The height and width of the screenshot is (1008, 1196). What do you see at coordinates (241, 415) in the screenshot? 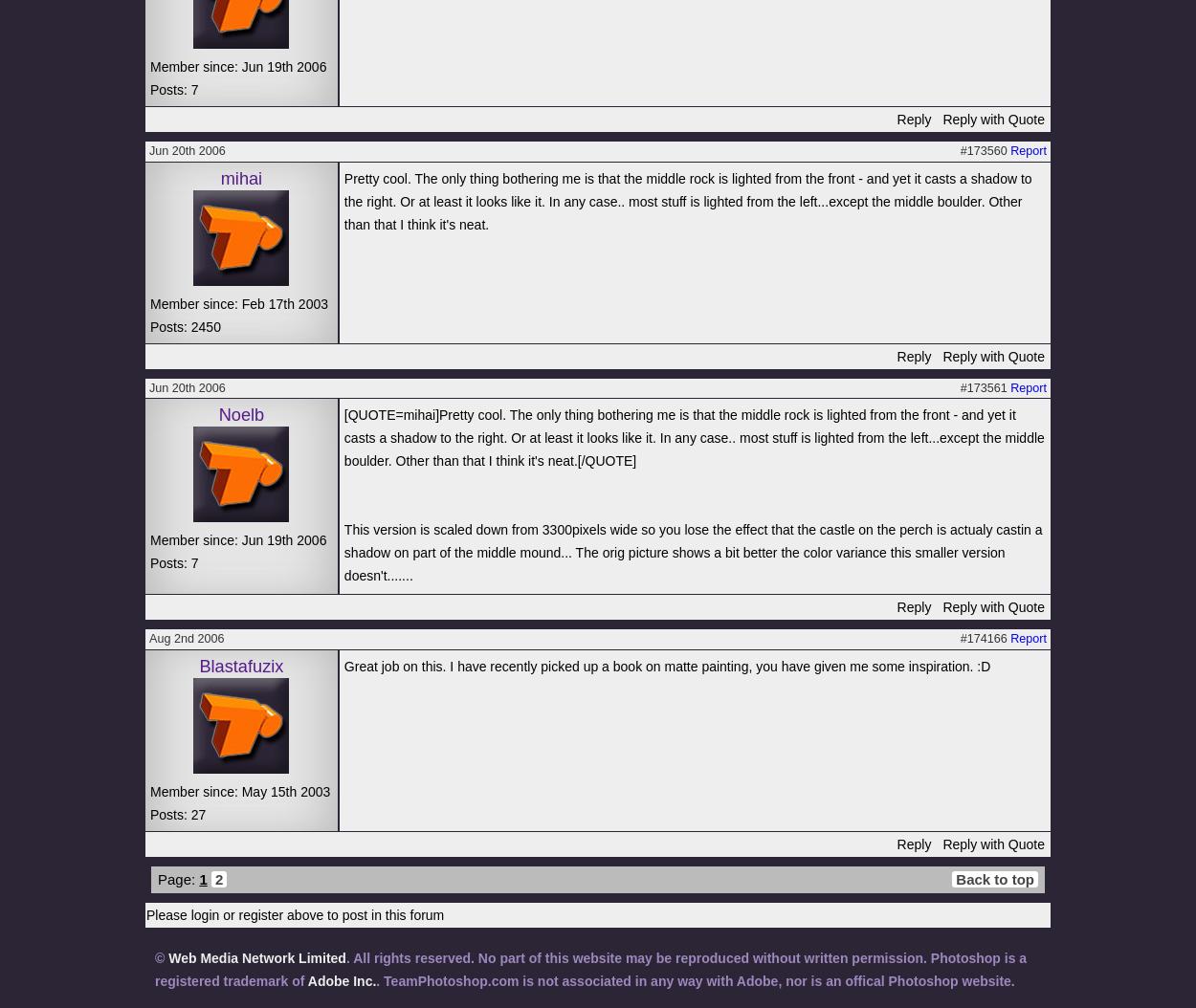
I see `'Noelb'` at bounding box center [241, 415].